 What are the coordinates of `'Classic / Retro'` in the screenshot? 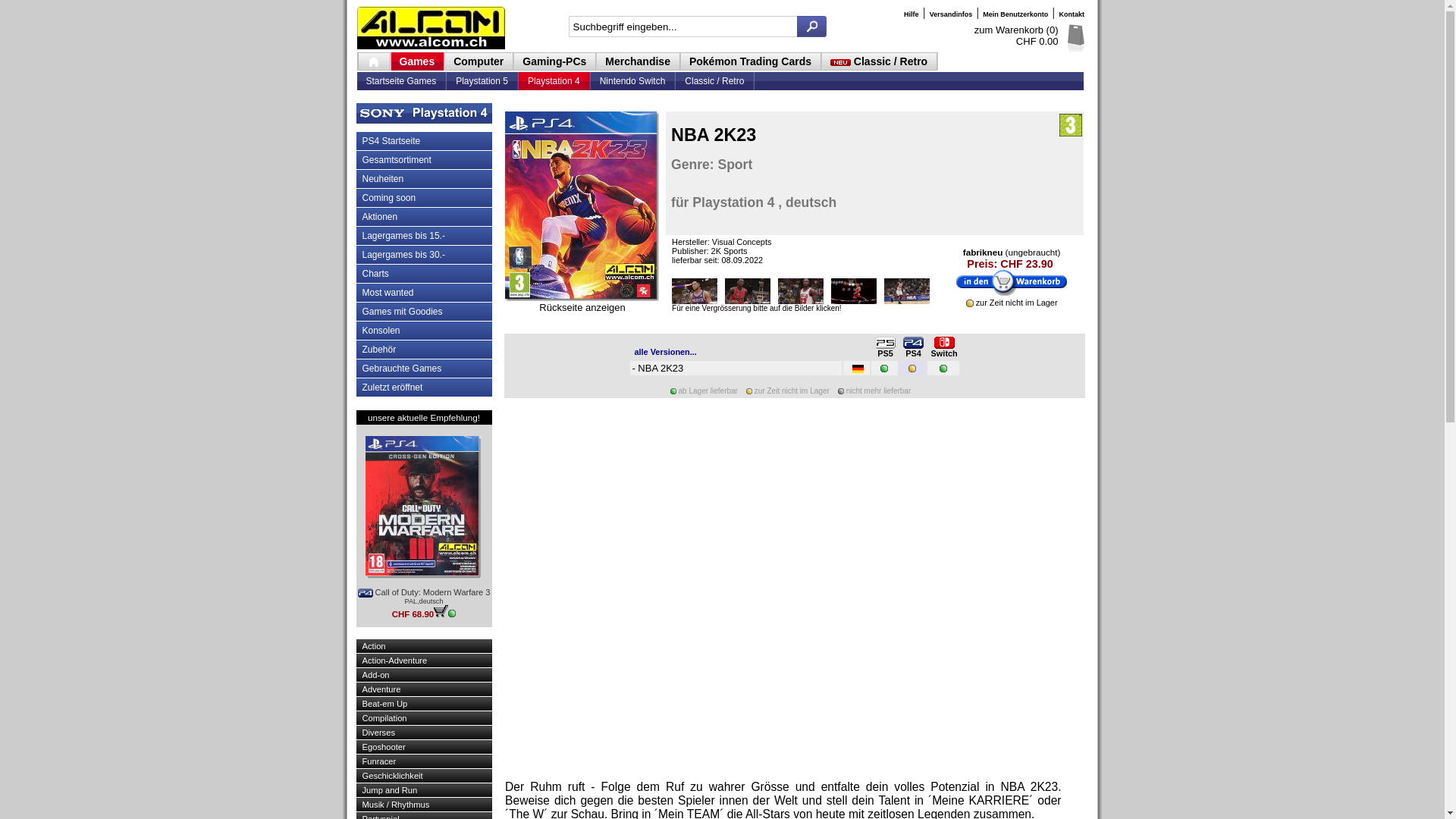 It's located at (713, 81).